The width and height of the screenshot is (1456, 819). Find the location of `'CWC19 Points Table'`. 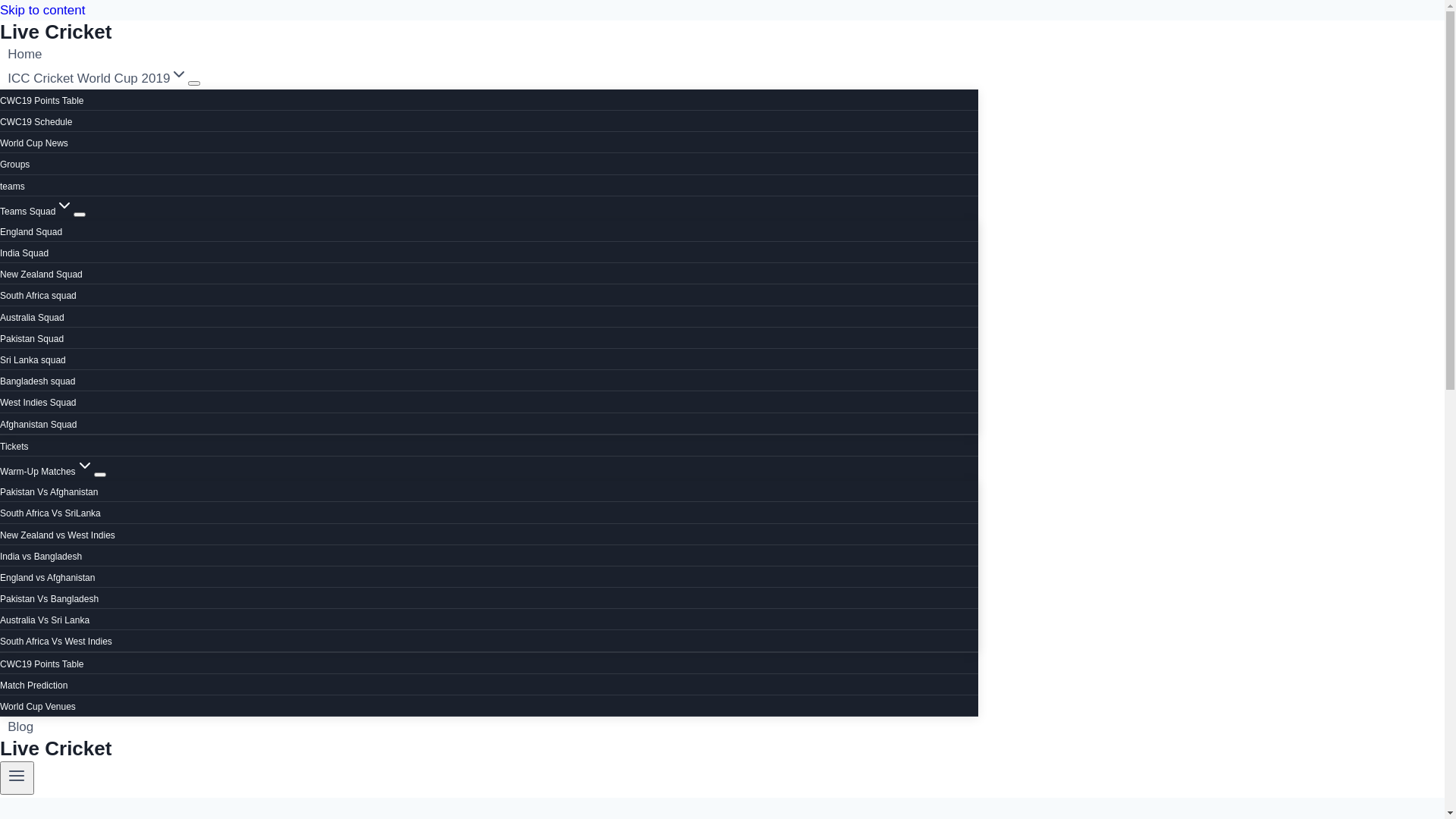

'CWC19 Points Table' is located at coordinates (42, 663).